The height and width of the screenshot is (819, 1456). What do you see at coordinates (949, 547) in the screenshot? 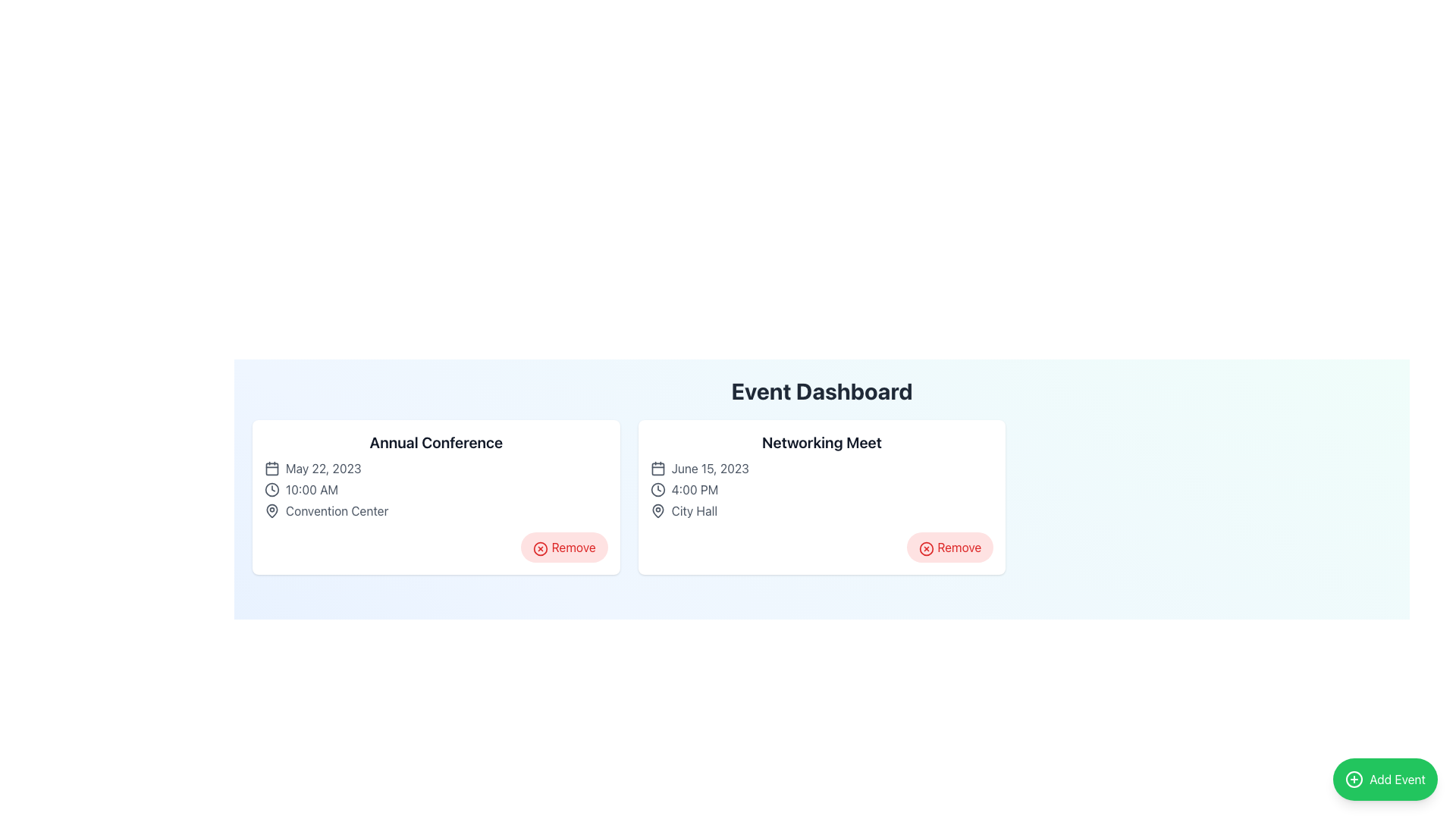
I see `the 'Remove' button with a red background and red text located at the bottom-right corner of the 'Networking Meet' event card` at bounding box center [949, 547].